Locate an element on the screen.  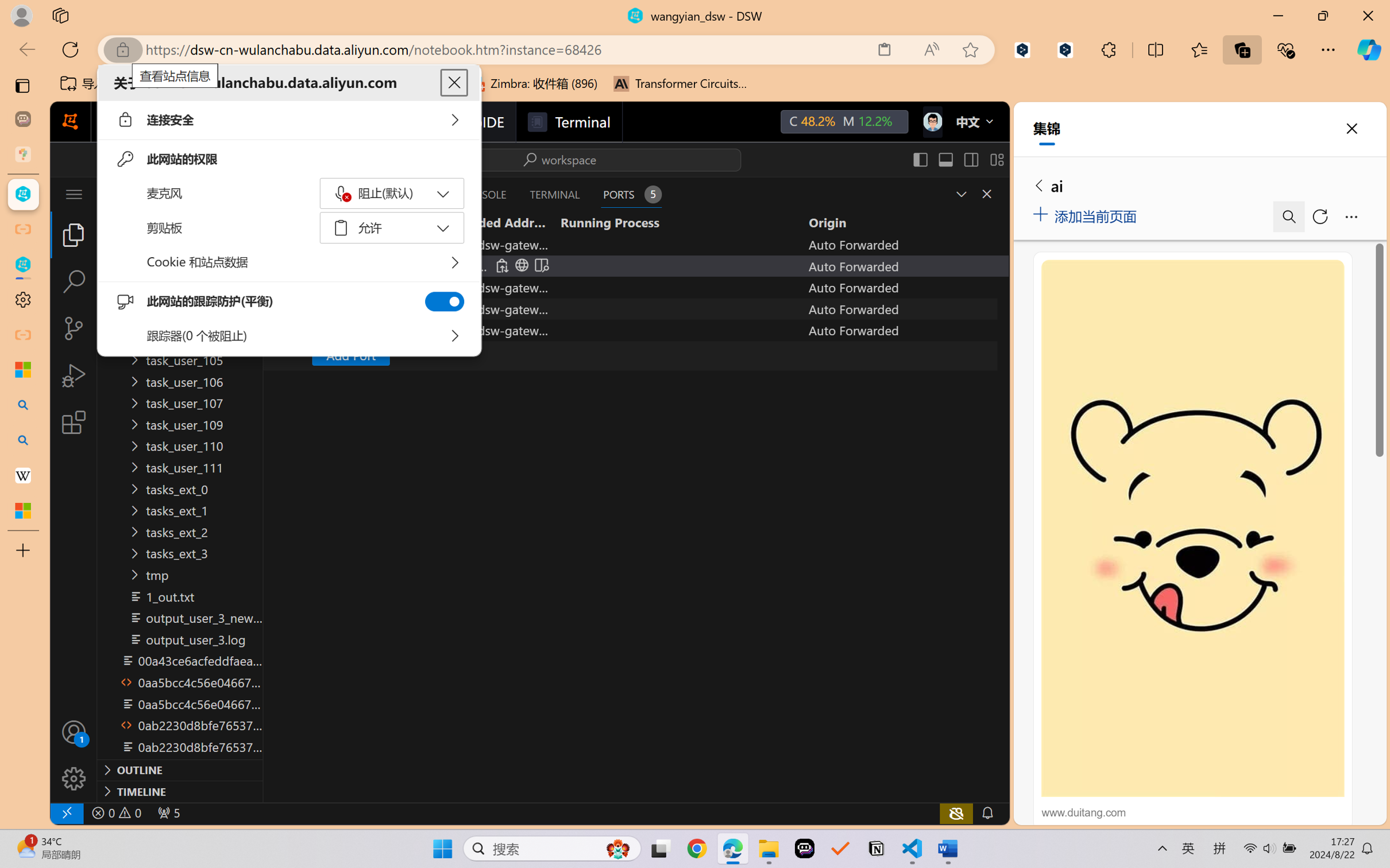
'Copilot (Ctrl+Shift+.)' is located at coordinates (1369, 49).